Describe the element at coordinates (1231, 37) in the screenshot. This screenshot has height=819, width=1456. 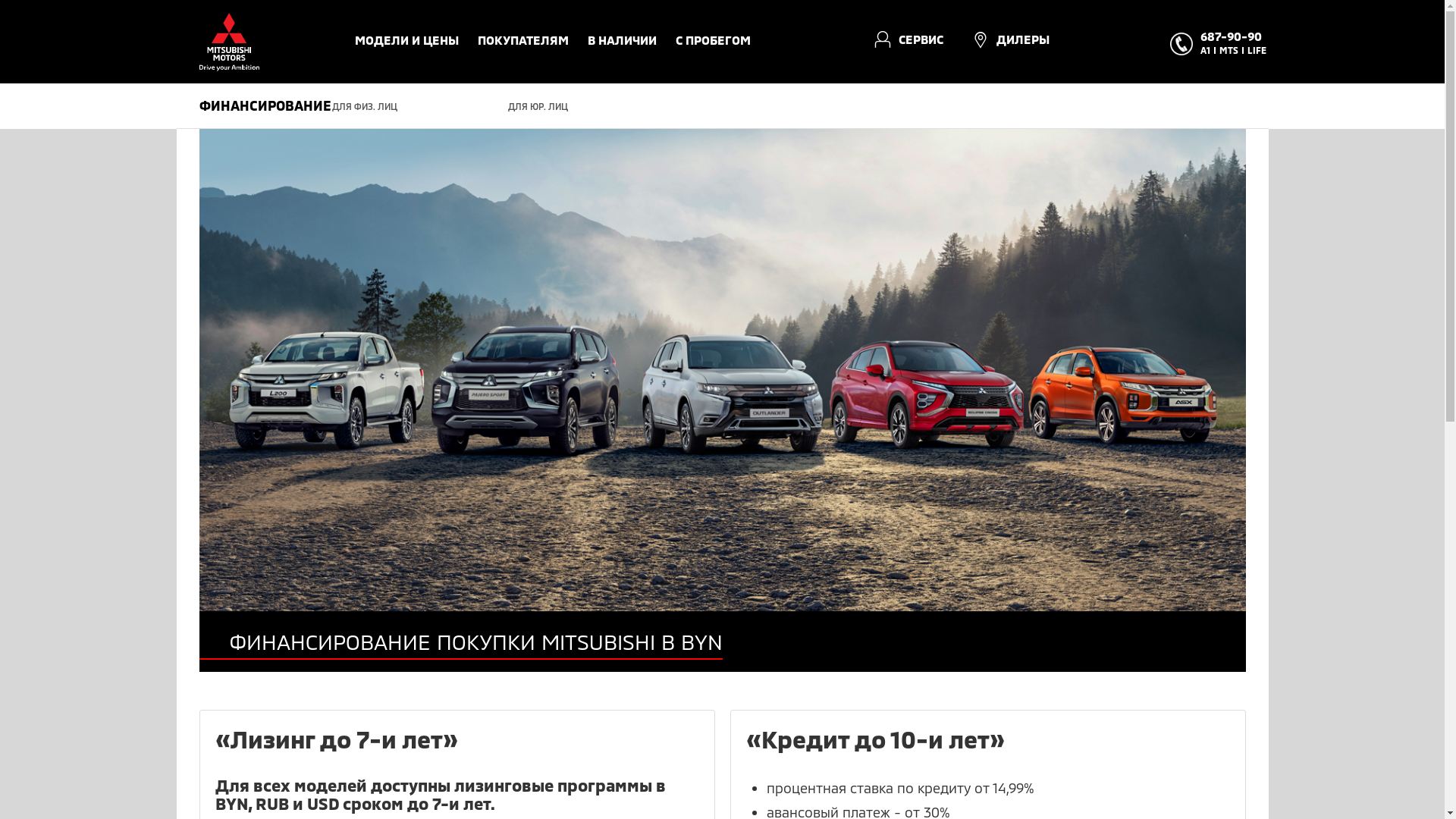
I see `'687-90-90'` at that location.